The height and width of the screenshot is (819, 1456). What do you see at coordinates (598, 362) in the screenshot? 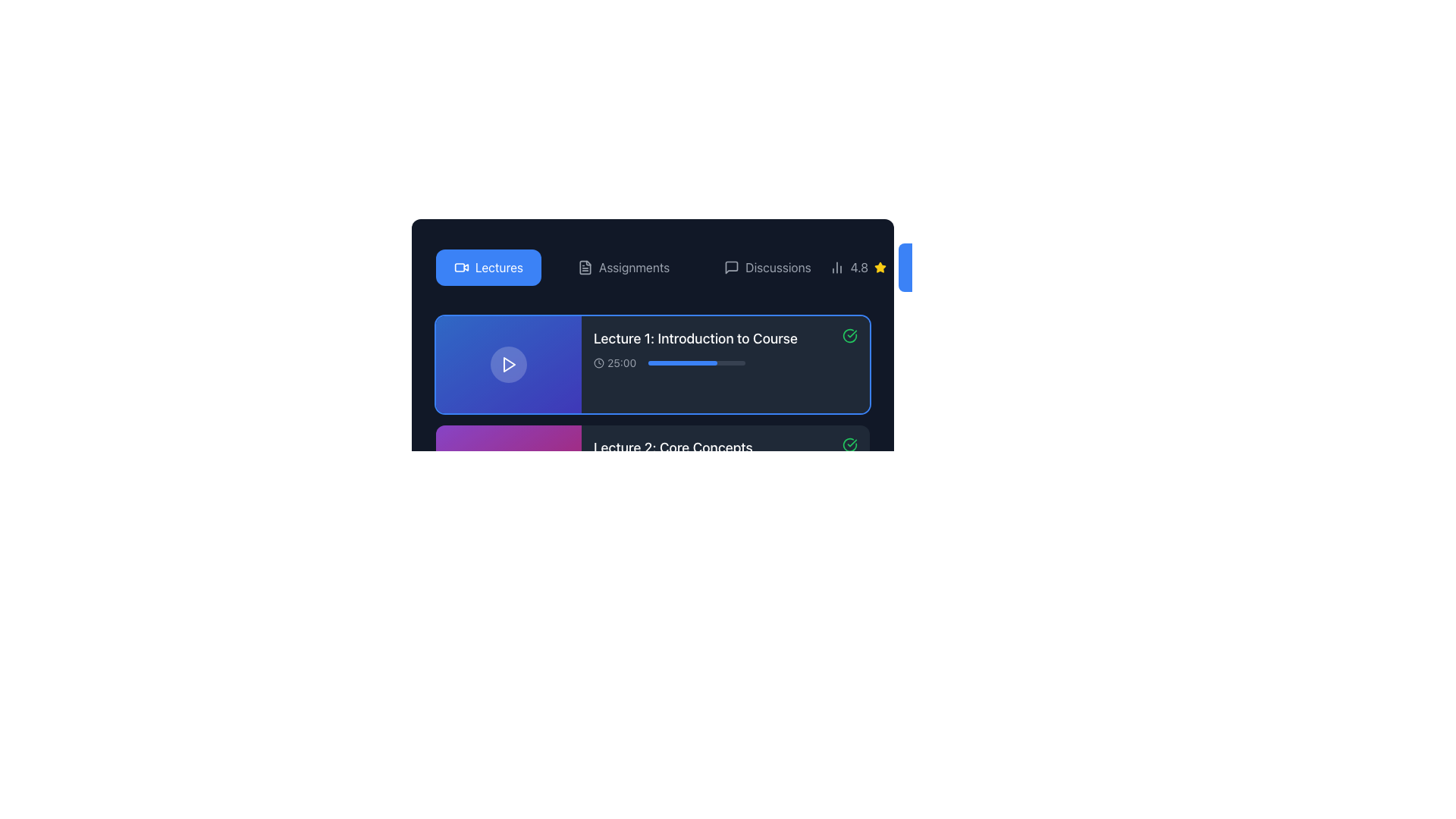
I see `the circular graphical element that is part of the clock icon located in the menu bar near the progress bar for the first lecture content` at bounding box center [598, 362].